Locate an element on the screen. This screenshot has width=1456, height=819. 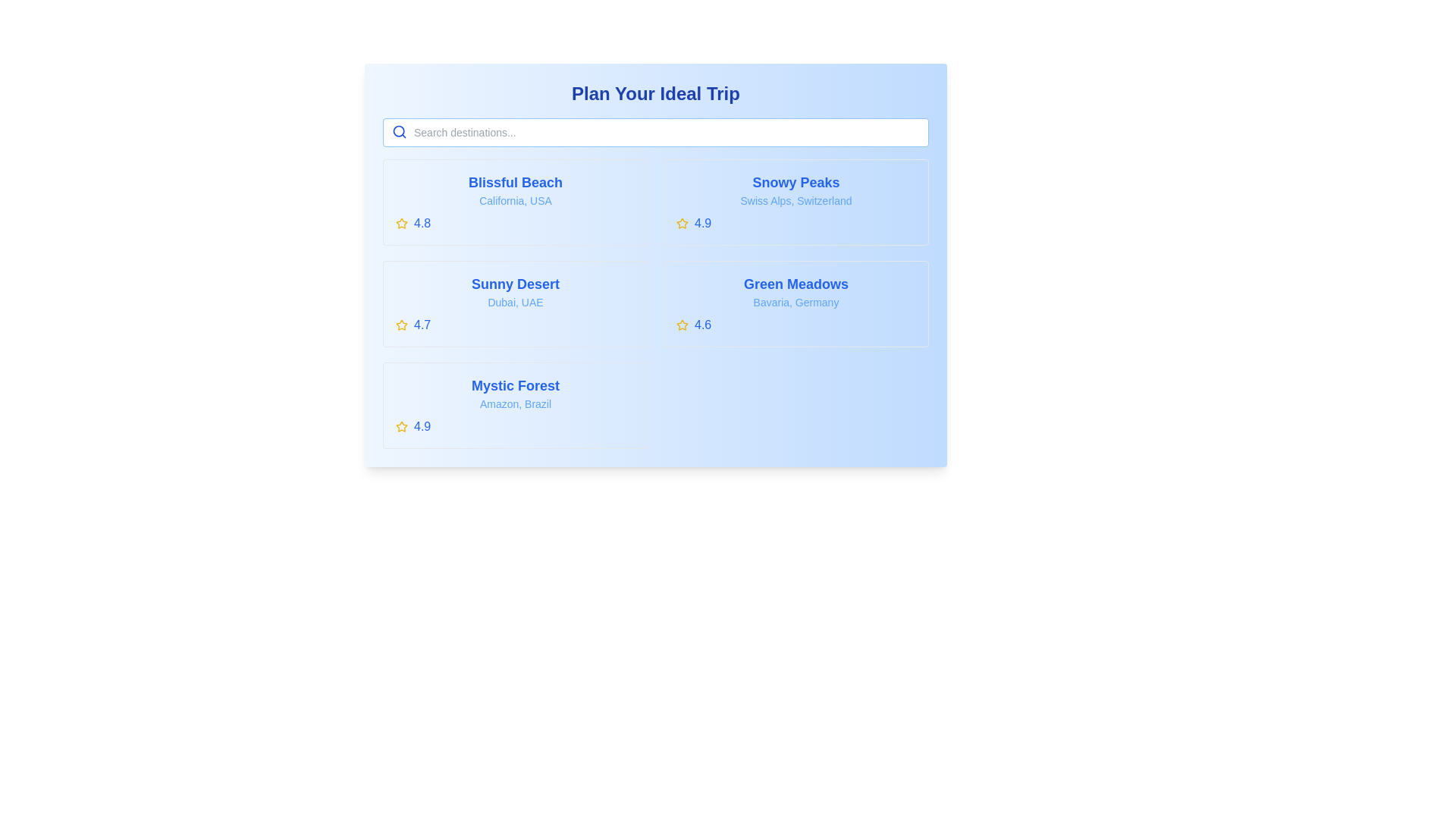
the text label that conveys the rating score of the associated item, located to the right of a yellow star icon within the 'Mystic Forest' entry is located at coordinates (422, 427).